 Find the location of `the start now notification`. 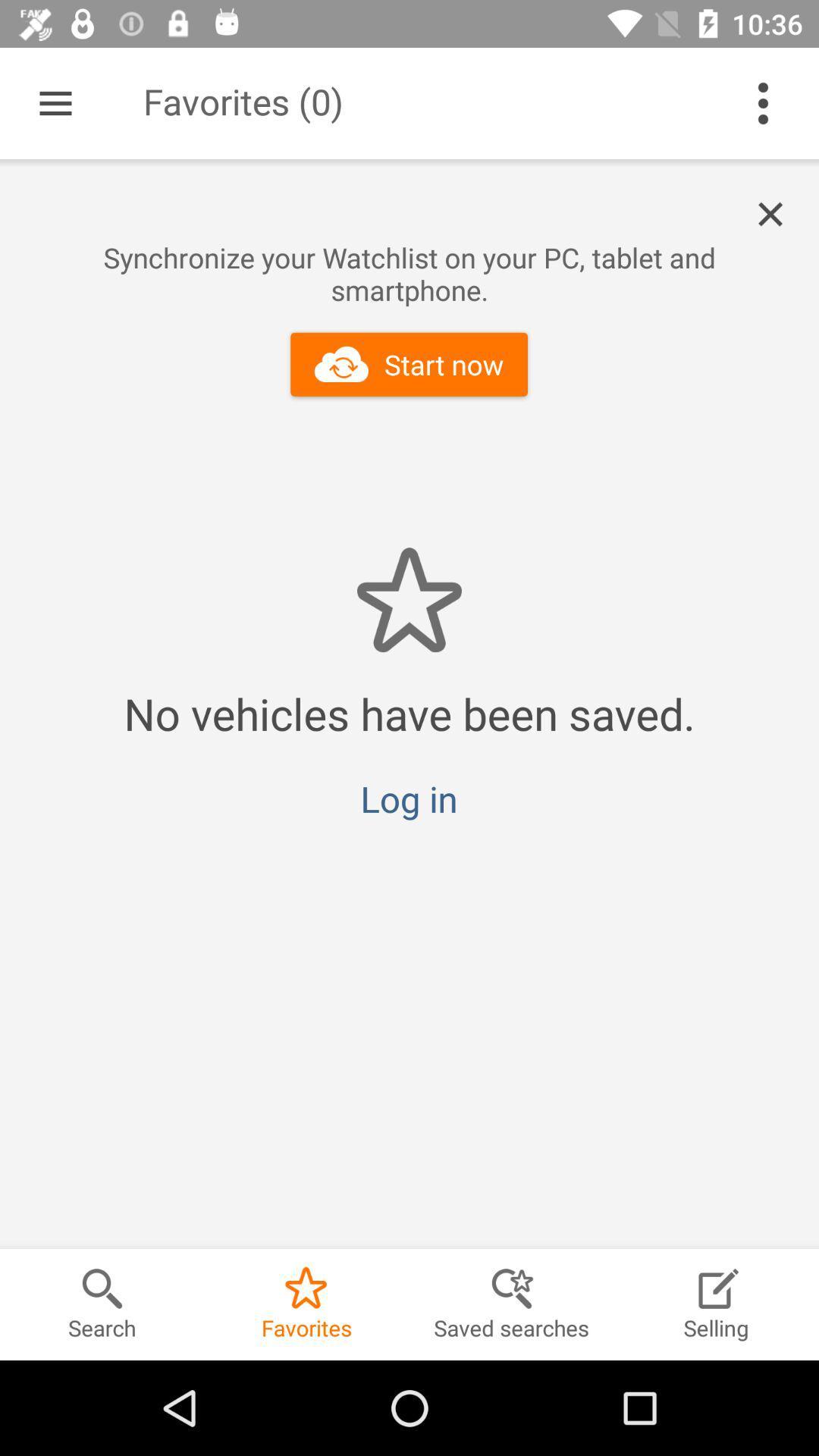

the start now notification is located at coordinates (779, 214).